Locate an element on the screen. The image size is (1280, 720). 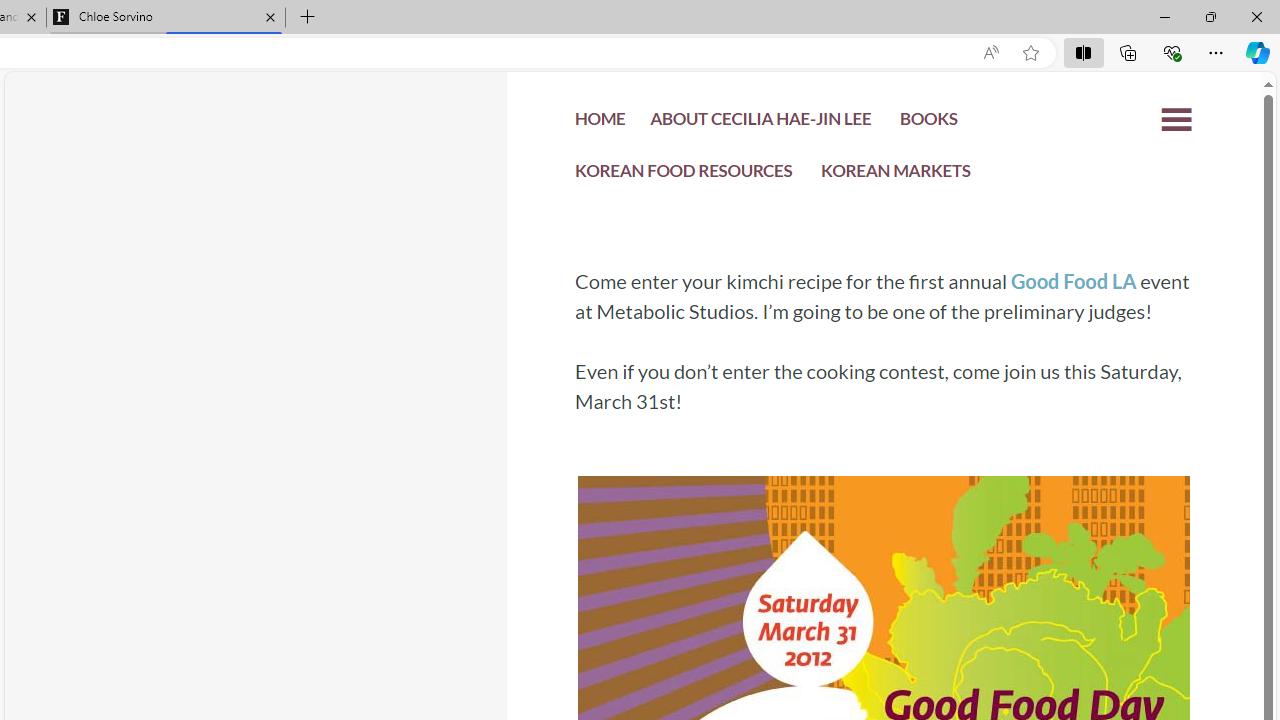
'KOREAN MARKETS' is located at coordinates (895, 172).